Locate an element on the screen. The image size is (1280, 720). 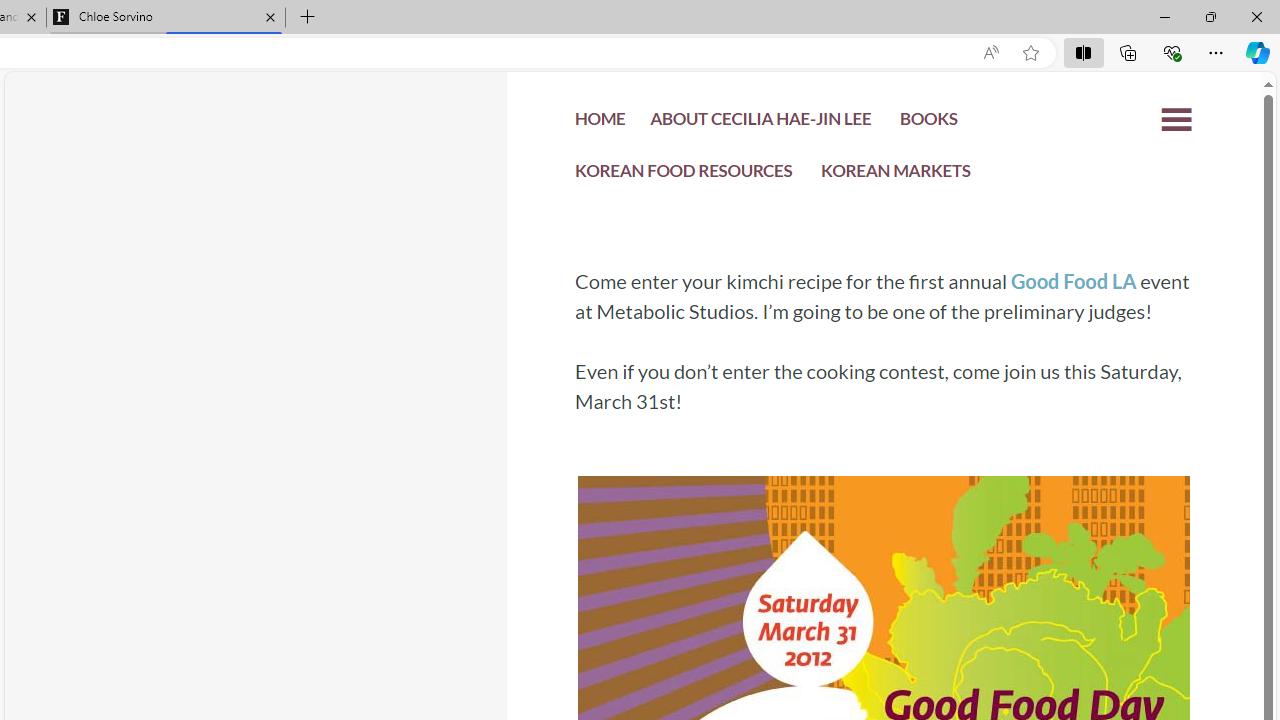
'KOREAN MARKETS' is located at coordinates (895, 172).